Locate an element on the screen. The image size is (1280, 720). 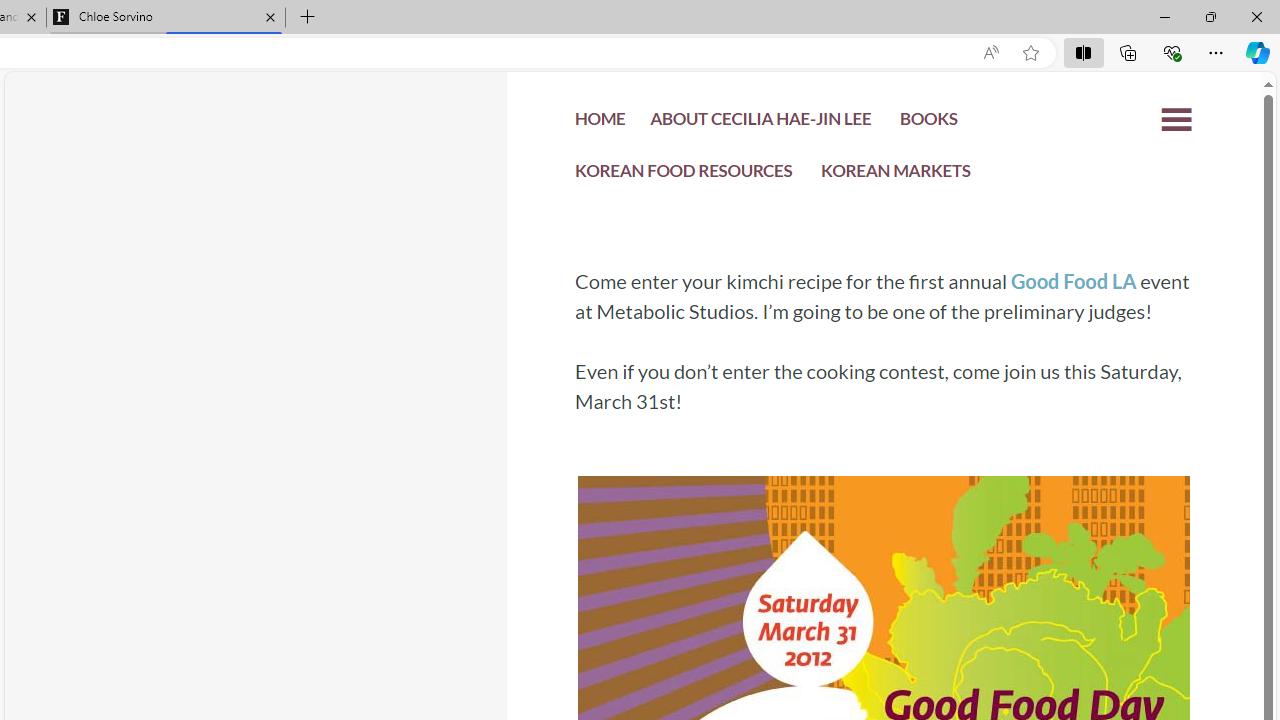
'KOREAN MARKETS' is located at coordinates (895, 172).